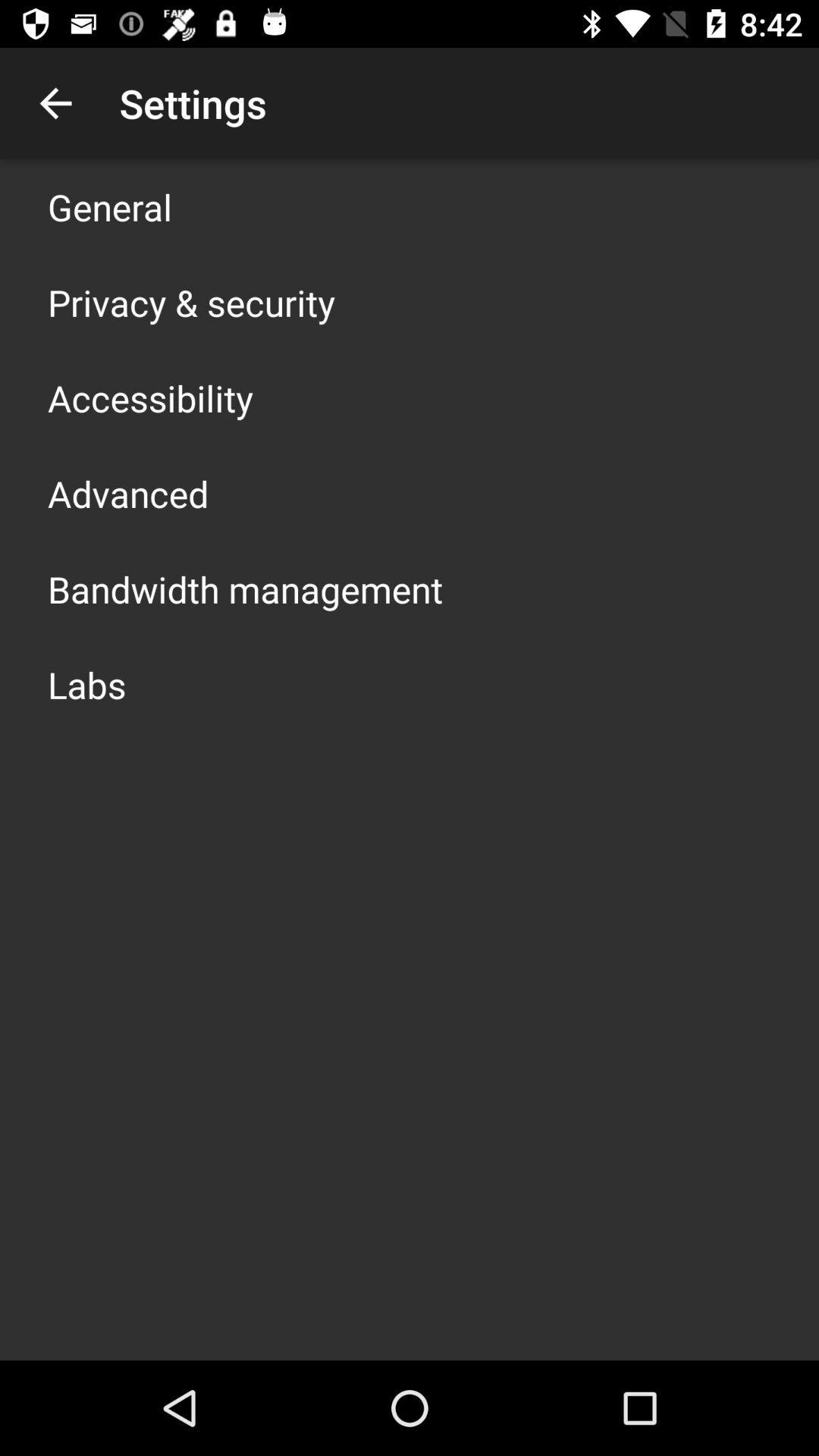  Describe the element at coordinates (109, 206) in the screenshot. I see `the icon above privacy & security icon` at that location.